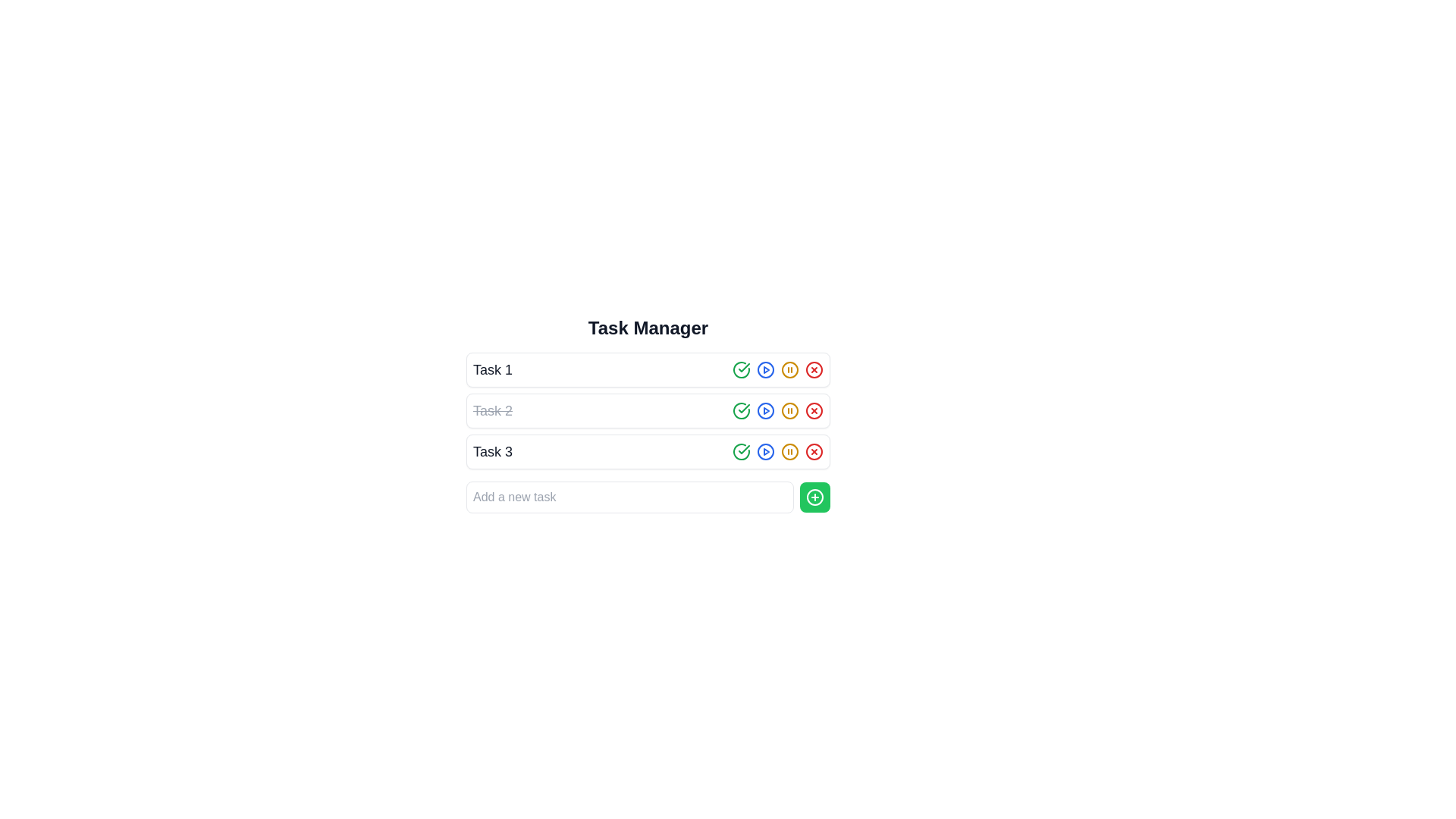 This screenshot has width=1456, height=819. What do you see at coordinates (814, 370) in the screenshot?
I see `the red 'delete' button with an 'X' icon located on the far right of the 'Task 1' list entry to initiate a delete action` at bounding box center [814, 370].